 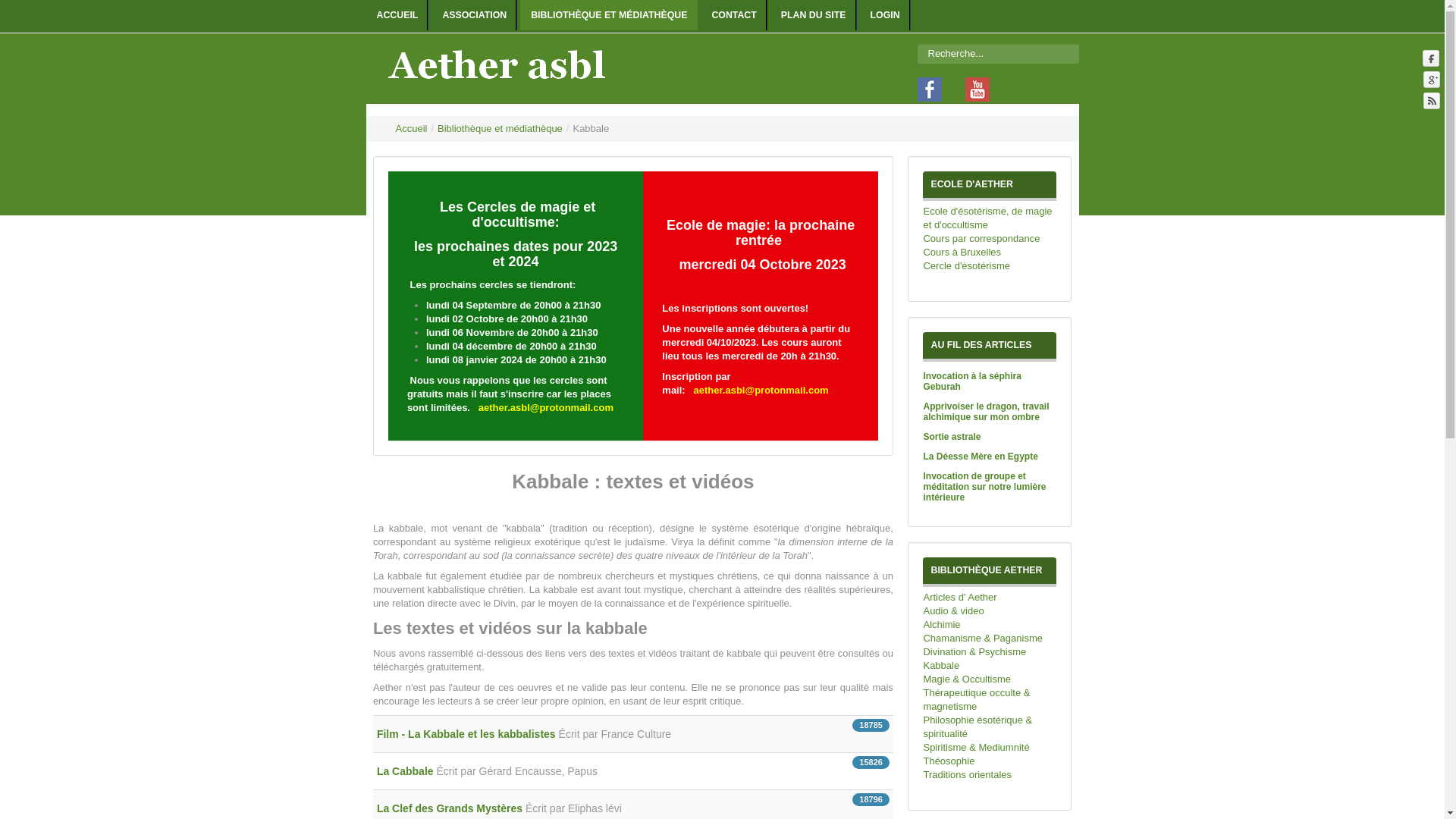 What do you see at coordinates (990, 610) in the screenshot?
I see `'Audio & video'` at bounding box center [990, 610].